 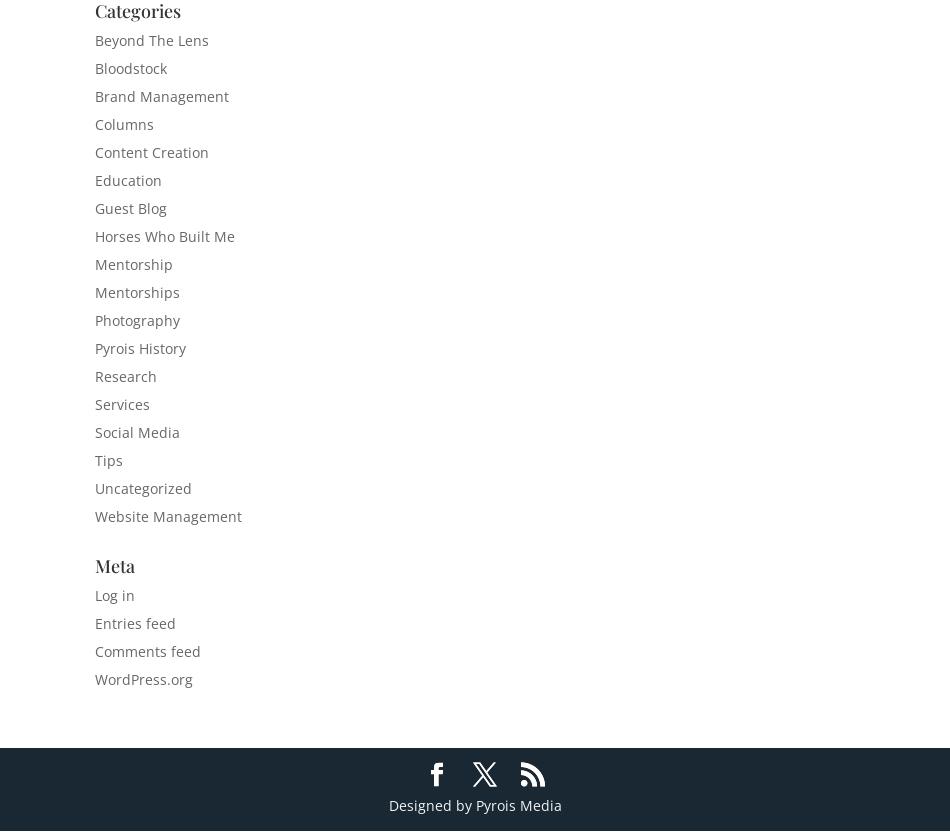 I want to click on 'Horses Who Built Me', so click(x=165, y=236).